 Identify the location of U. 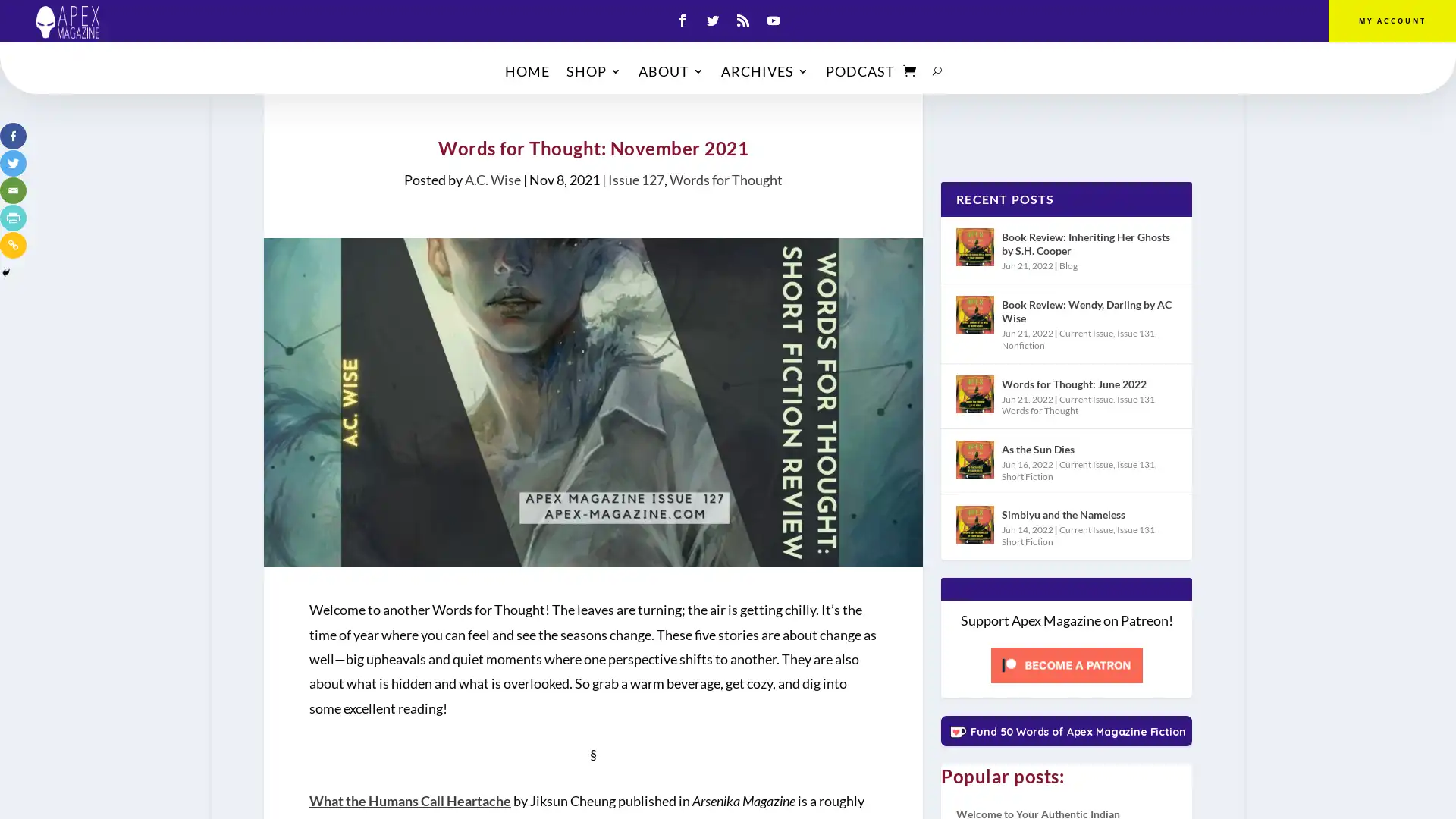
(937, 74).